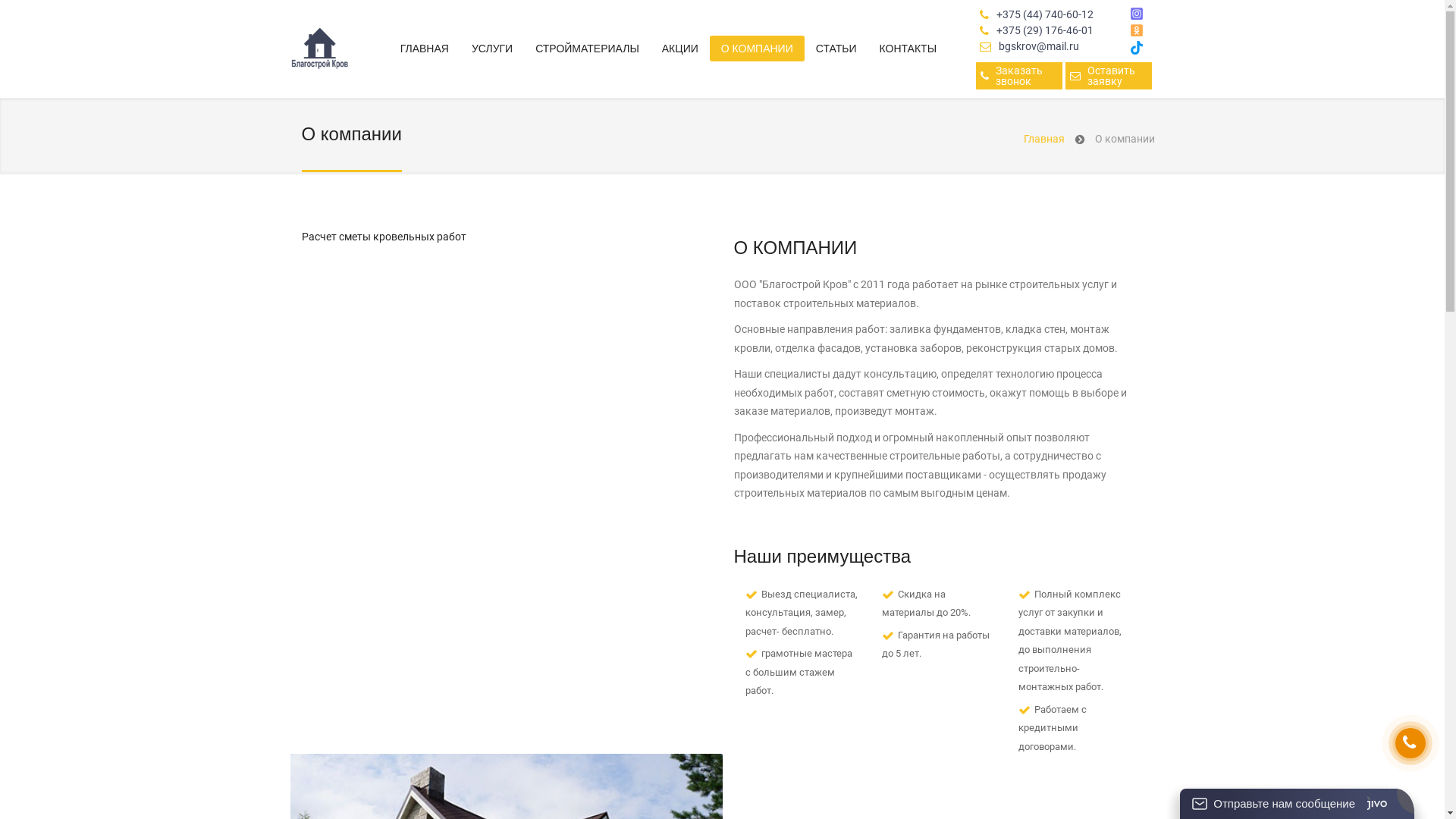 This screenshot has height=819, width=1456. Describe the element at coordinates (1043, 30) in the screenshot. I see `'+375 (29) 176-46-01'` at that location.